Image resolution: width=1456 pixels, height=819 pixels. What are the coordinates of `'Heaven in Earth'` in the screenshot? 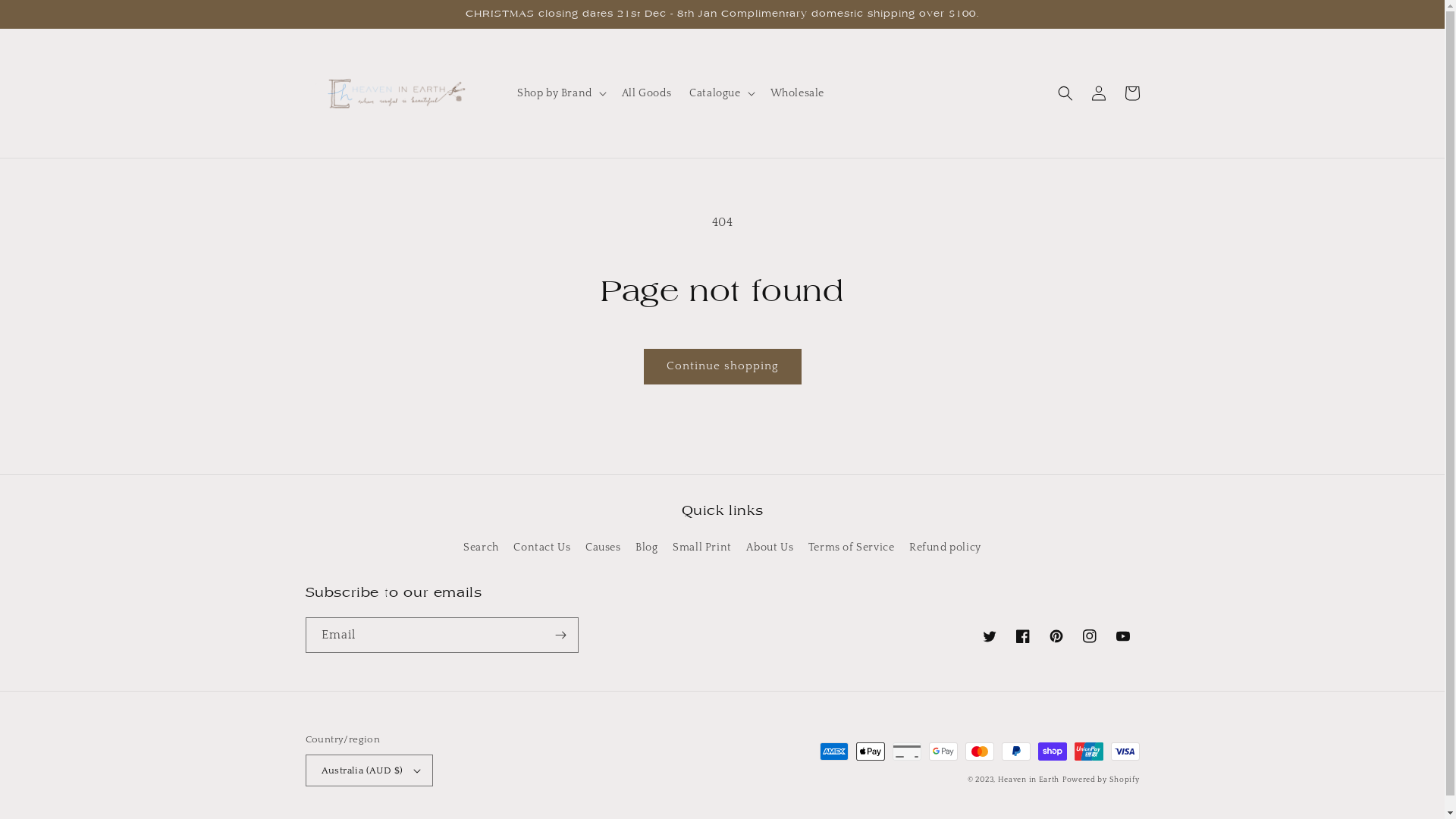 It's located at (1029, 780).